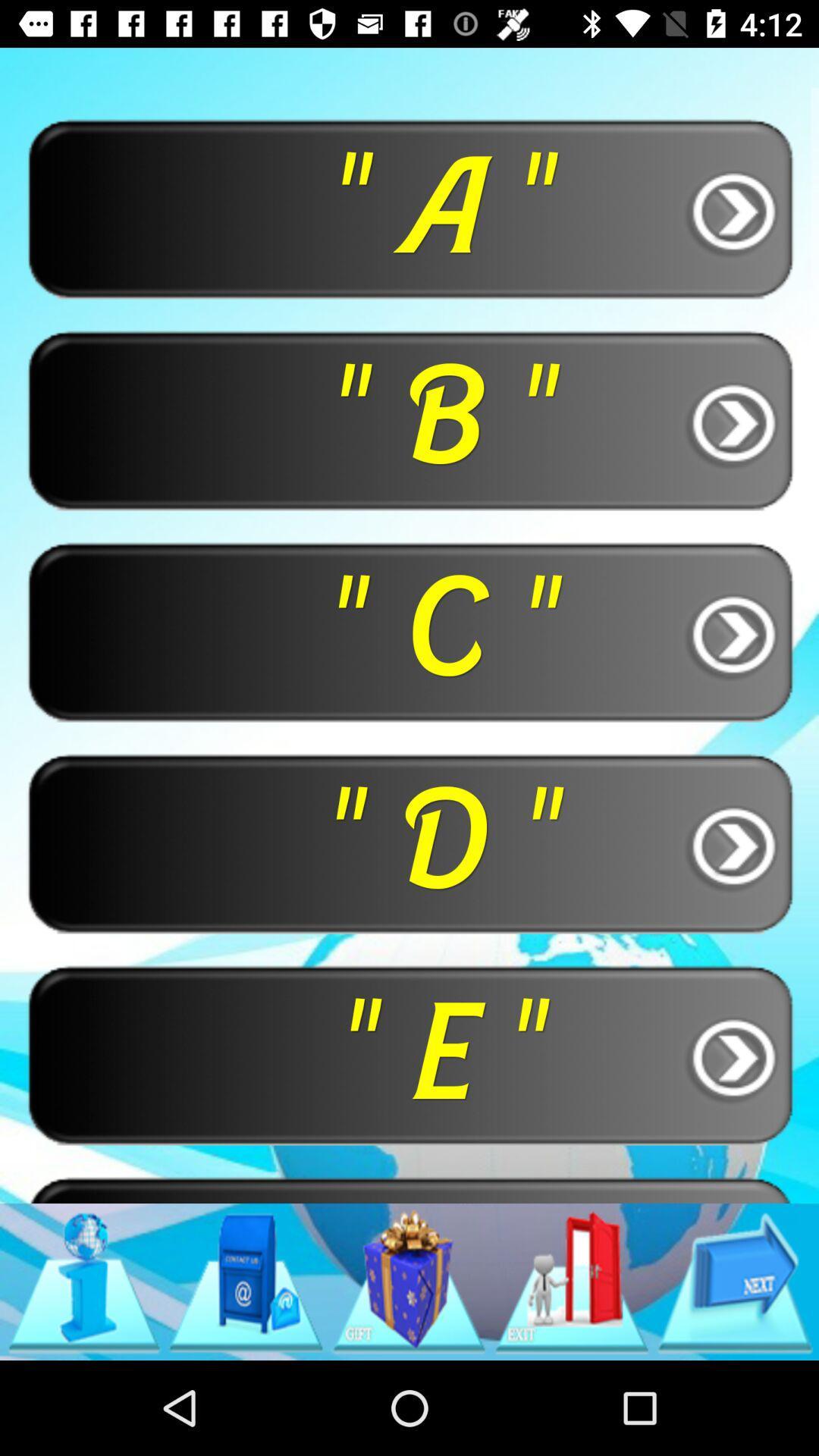  I want to click on the button below the   " b " button, so click(409, 631).